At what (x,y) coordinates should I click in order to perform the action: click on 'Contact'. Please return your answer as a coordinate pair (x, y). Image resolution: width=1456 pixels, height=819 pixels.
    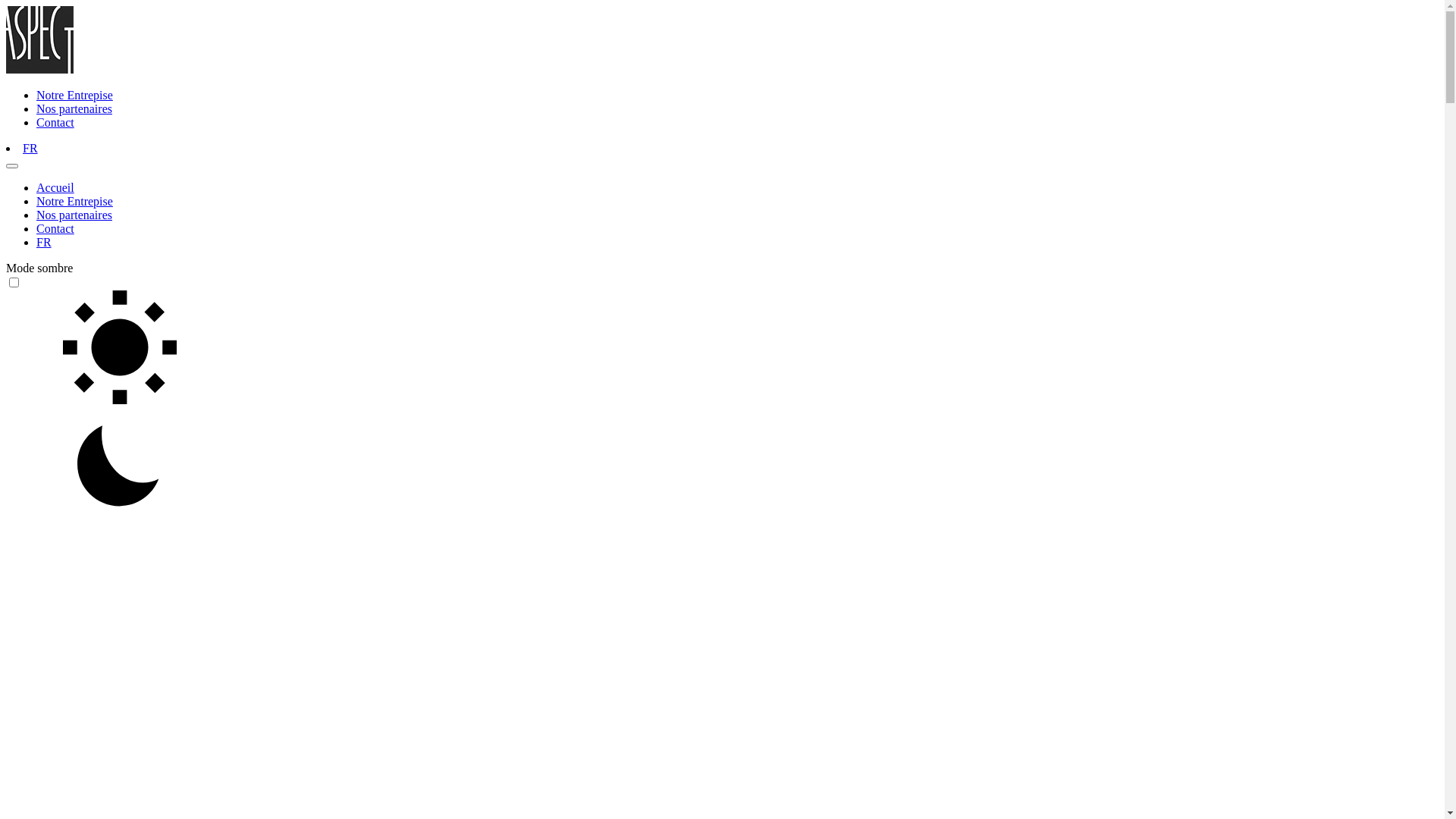
    Looking at the image, I should click on (55, 121).